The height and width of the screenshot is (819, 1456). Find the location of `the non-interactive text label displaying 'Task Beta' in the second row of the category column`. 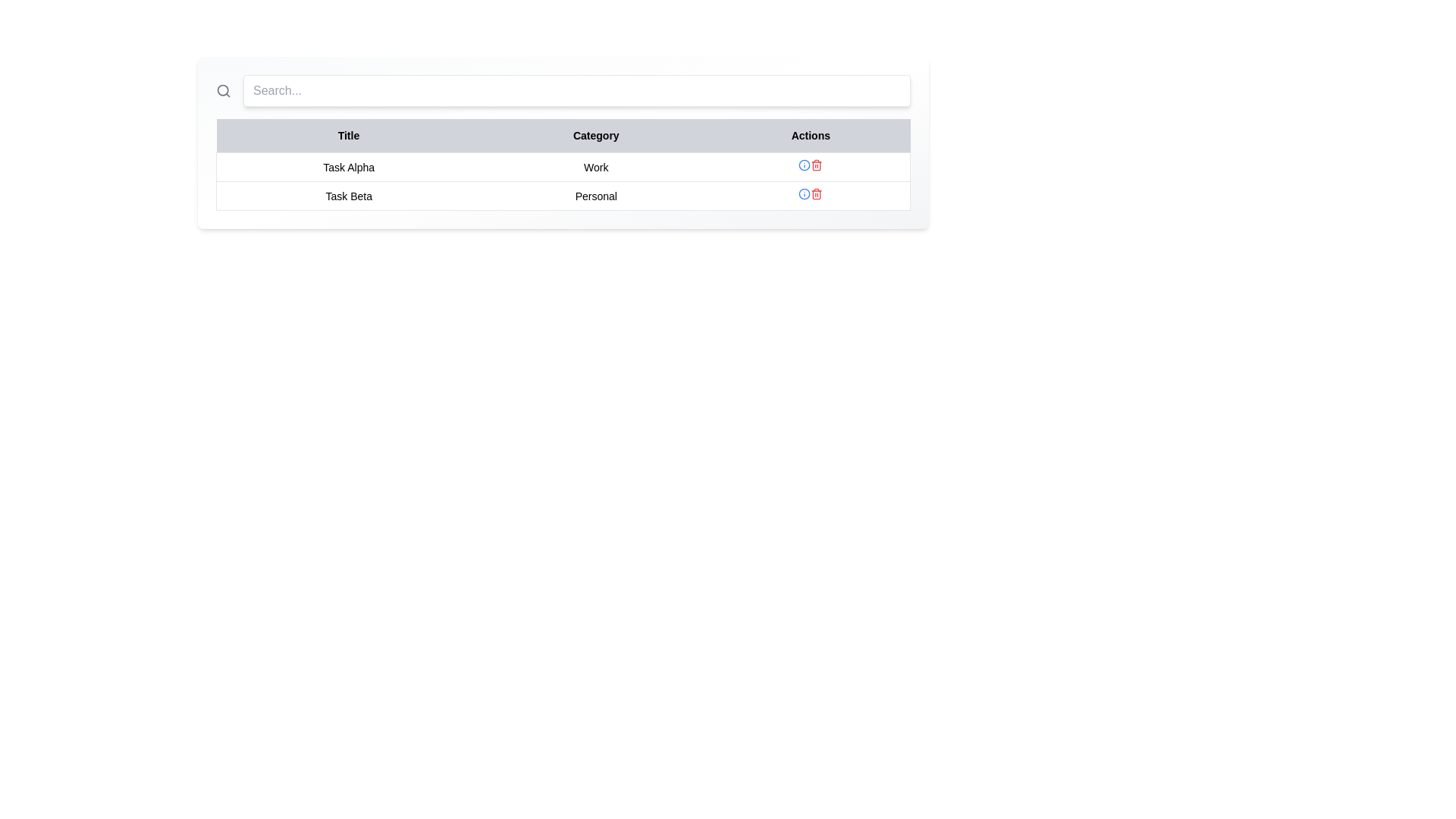

the non-interactive text label displaying 'Task Beta' in the second row of the category column is located at coordinates (595, 195).